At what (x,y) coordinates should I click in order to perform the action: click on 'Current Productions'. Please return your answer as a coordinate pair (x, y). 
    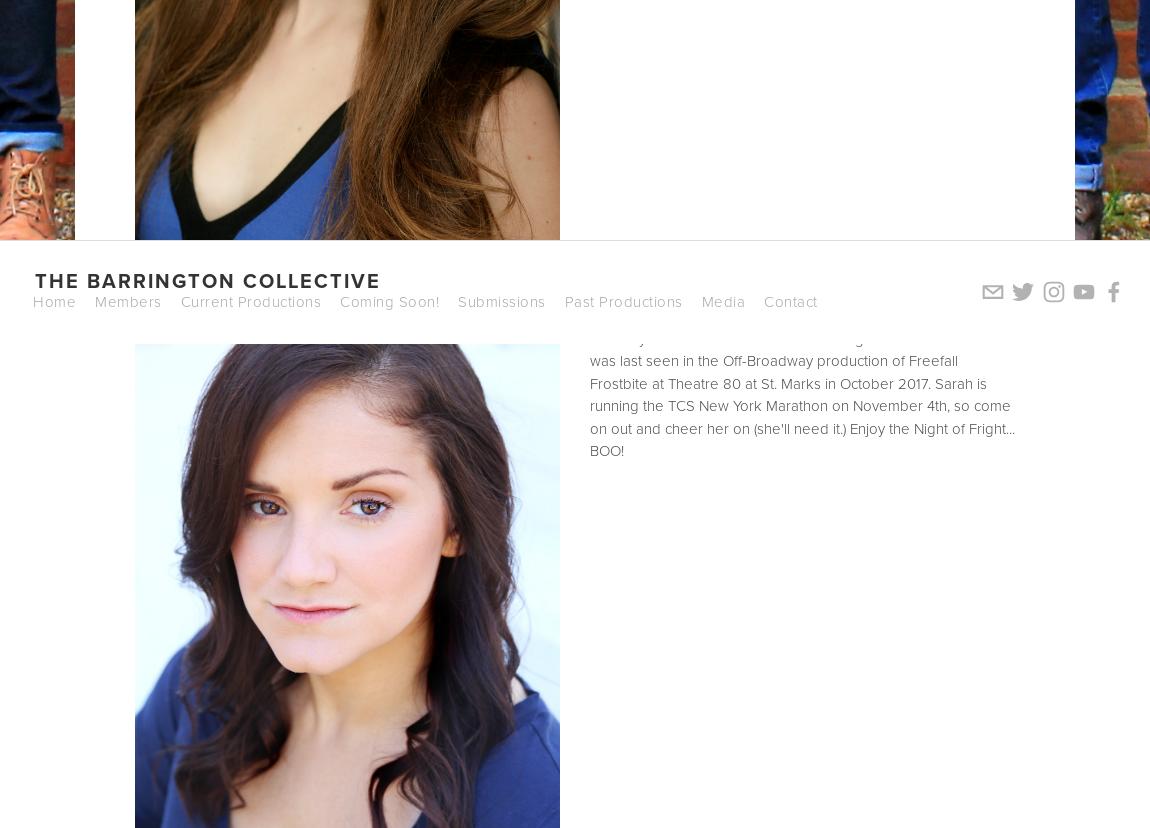
    Looking at the image, I should click on (178, 300).